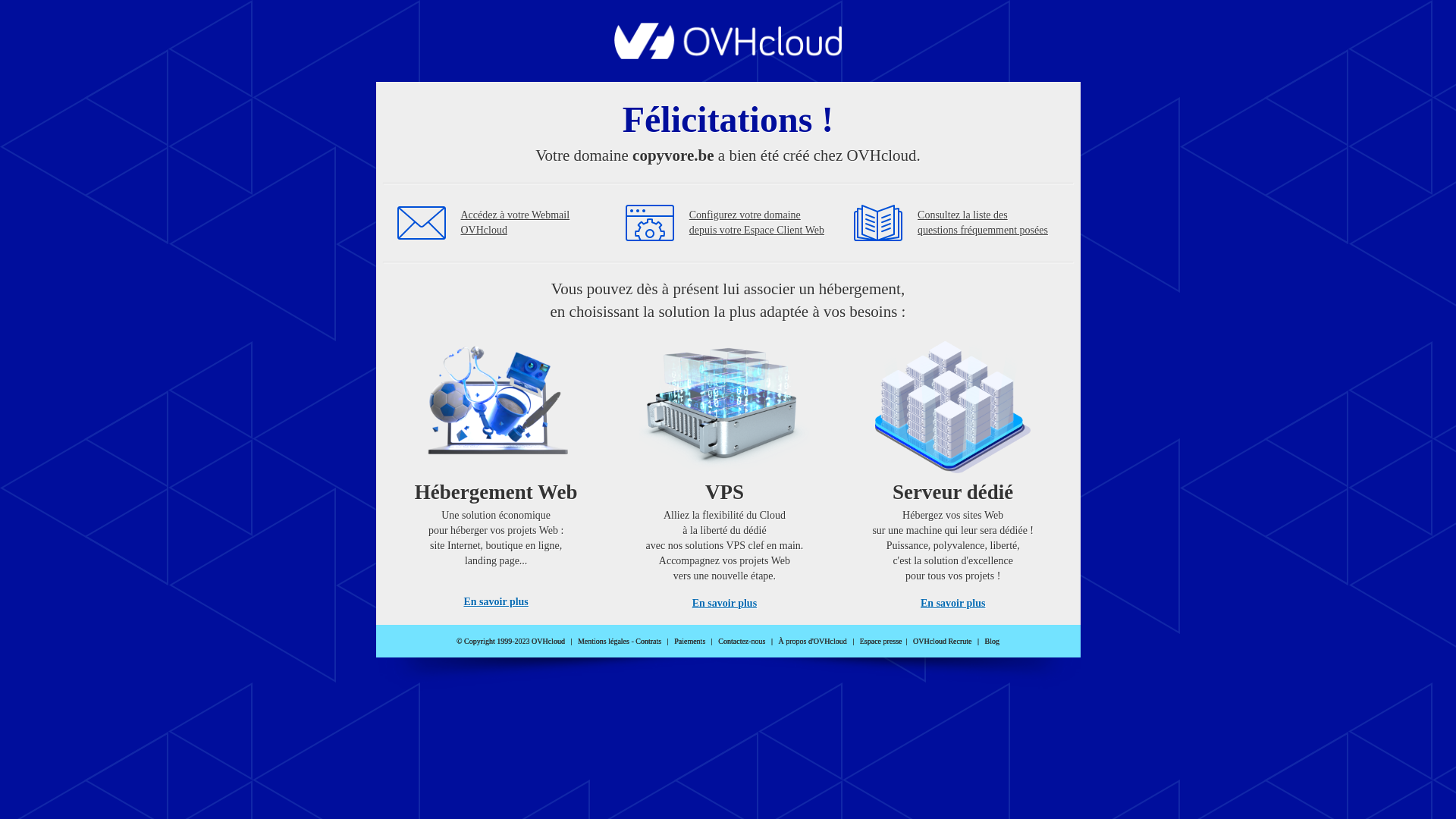 Image resolution: width=1456 pixels, height=819 pixels. Describe the element at coordinates (717, 641) in the screenshot. I see `'Contactez-nous'` at that location.